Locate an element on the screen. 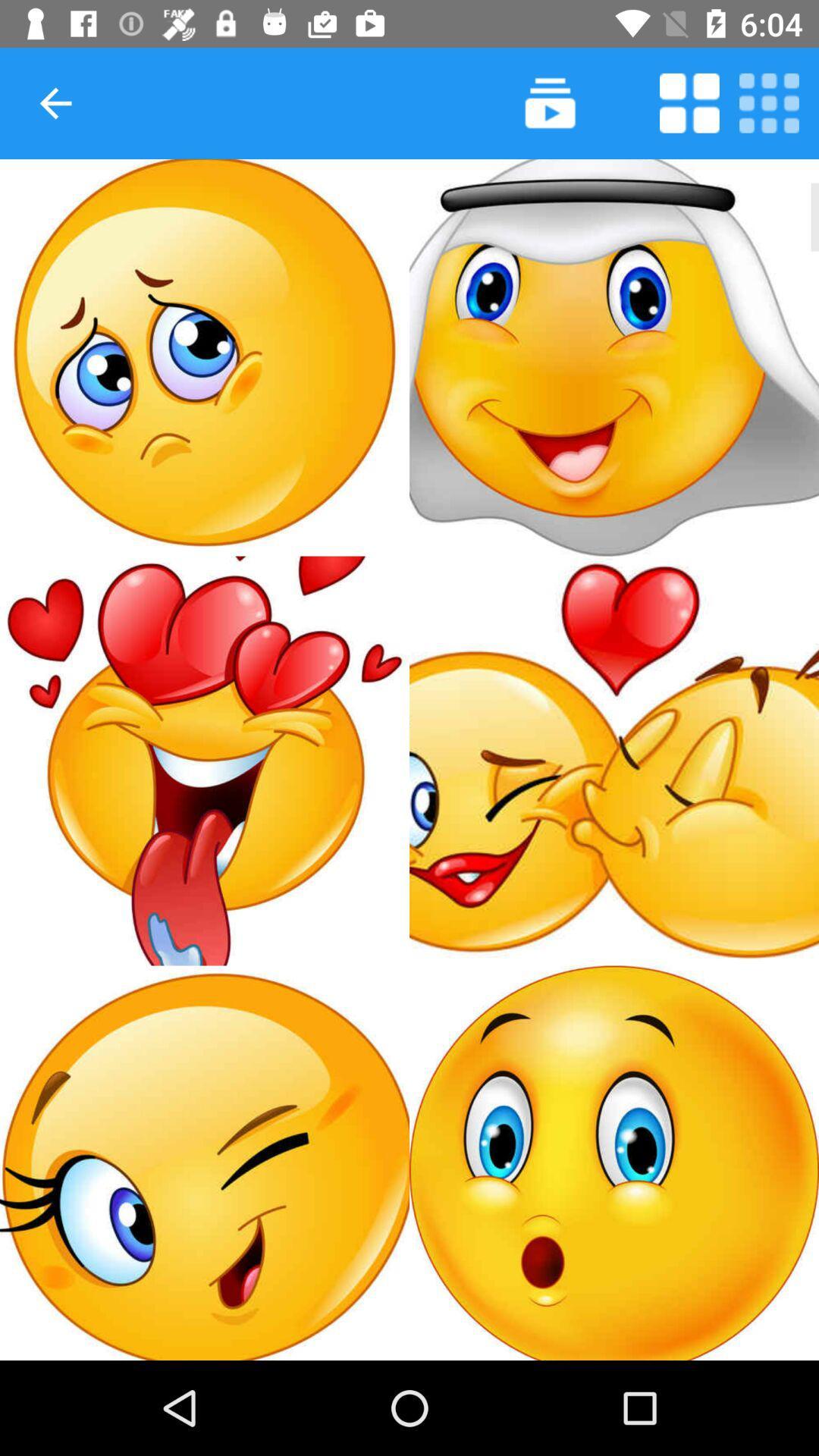  emoticon is located at coordinates (205, 356).